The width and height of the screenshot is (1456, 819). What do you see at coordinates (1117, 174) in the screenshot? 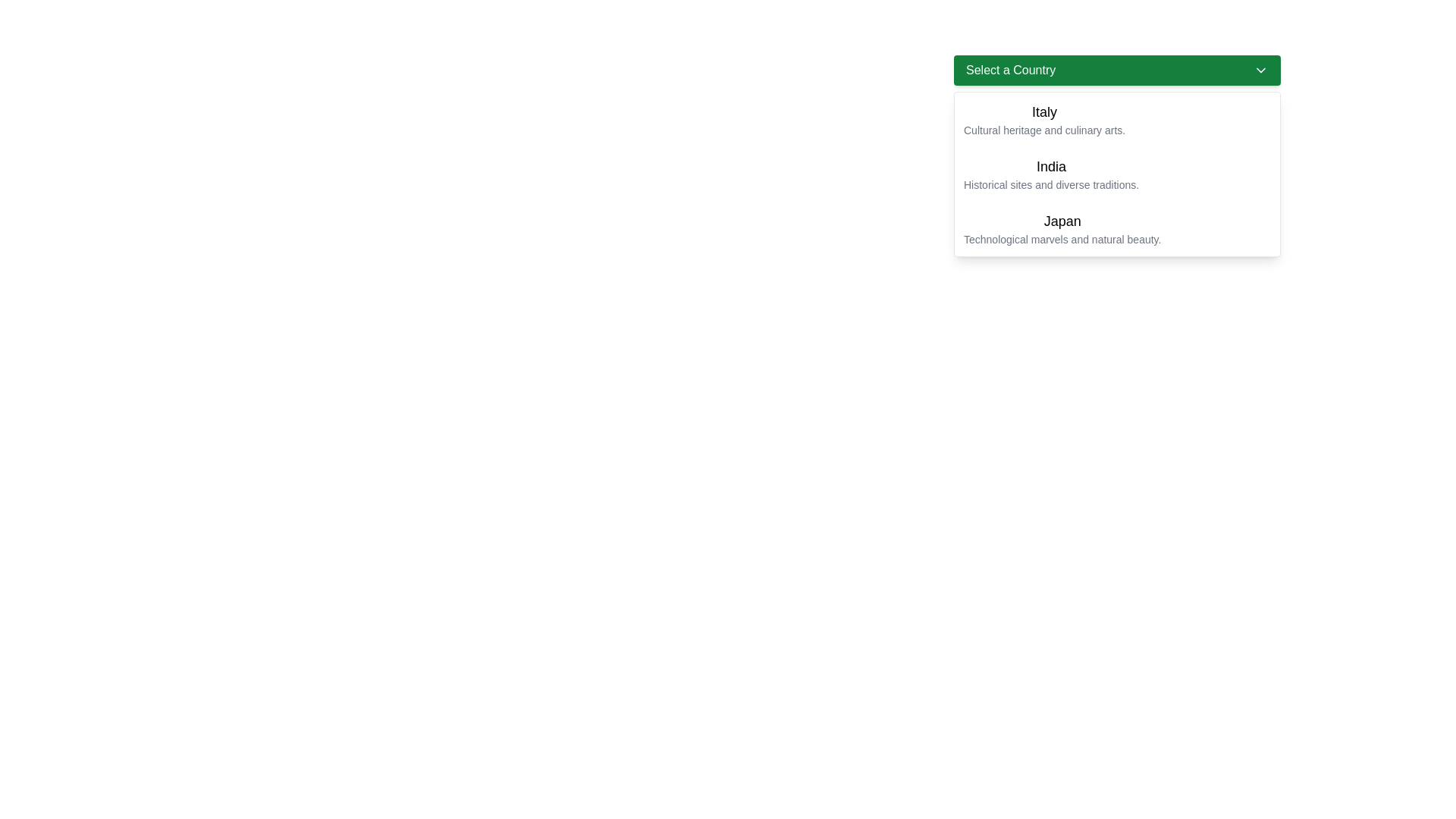
I see `the dropdown menu item displaying 'India'` at bounding box center [1117, 174].